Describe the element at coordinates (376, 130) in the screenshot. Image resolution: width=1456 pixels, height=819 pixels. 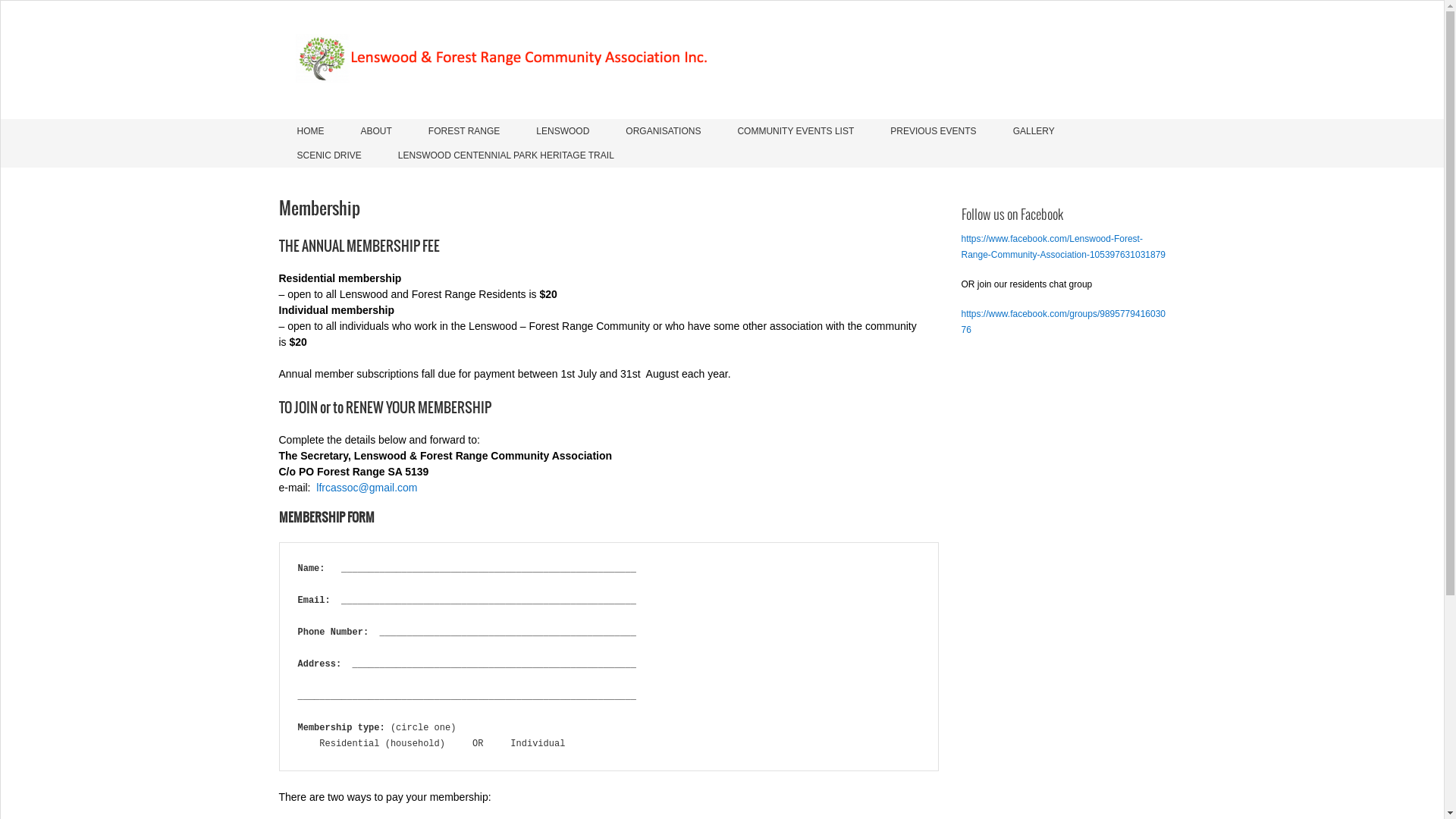
I see `'ABOUT'` at that location.